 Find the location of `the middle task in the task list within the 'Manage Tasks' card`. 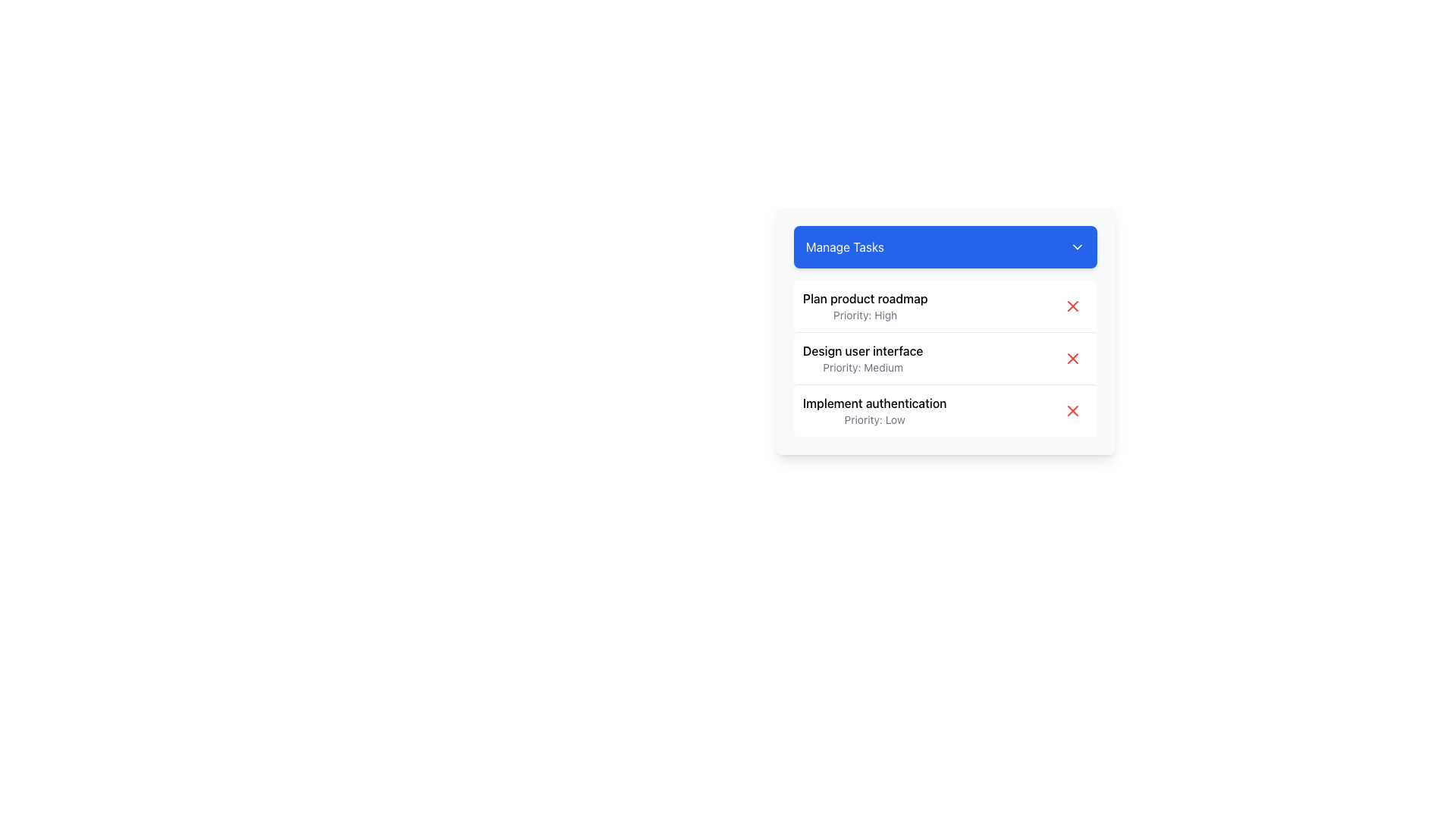

the middle task in the task list within the 'Manage Tasks' card is located at coordinates (945, 359).